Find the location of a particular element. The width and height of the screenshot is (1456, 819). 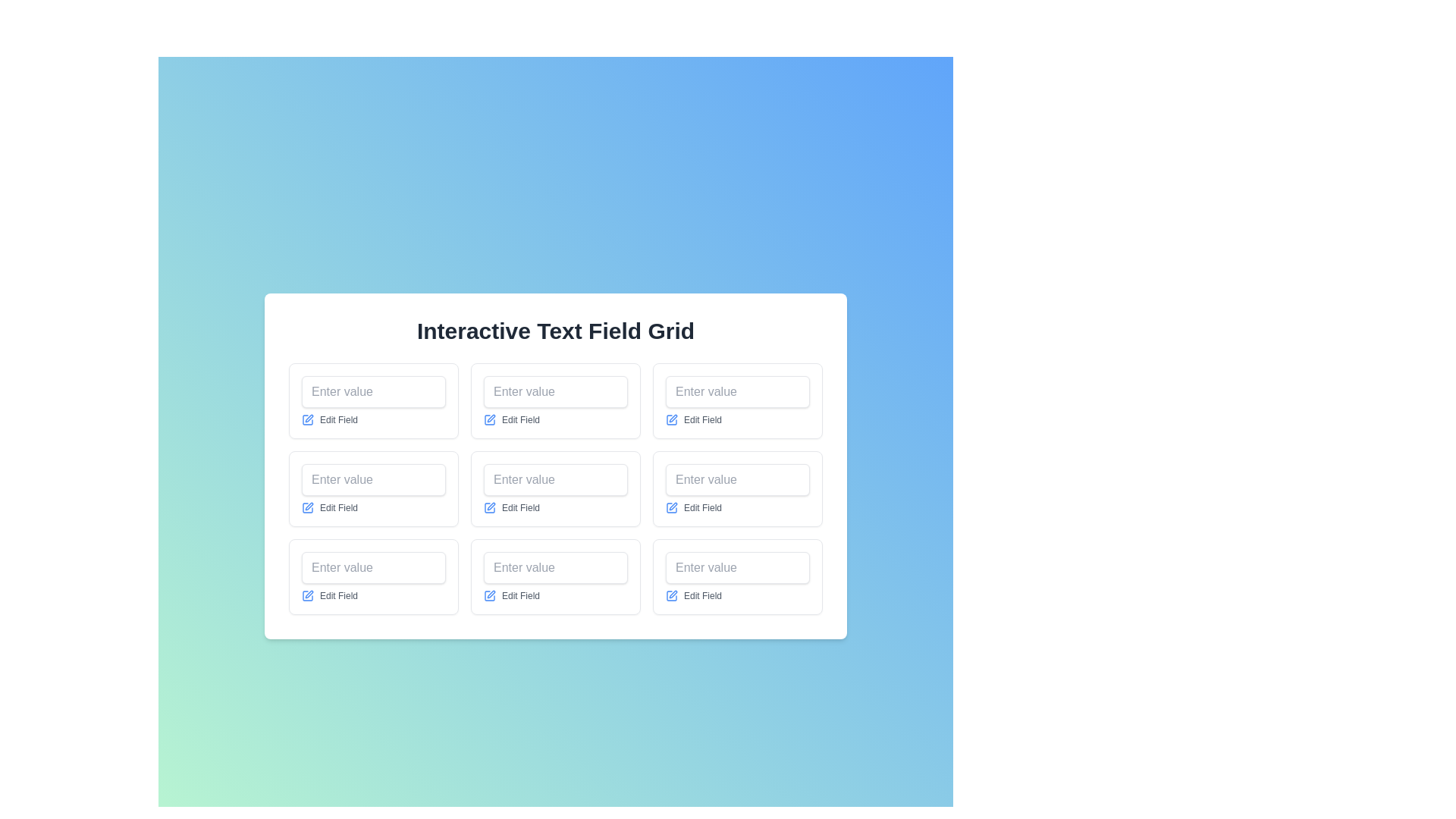

the editable field icon located in the bottom right corner of the grid layout is located at coordinates (673, 593).